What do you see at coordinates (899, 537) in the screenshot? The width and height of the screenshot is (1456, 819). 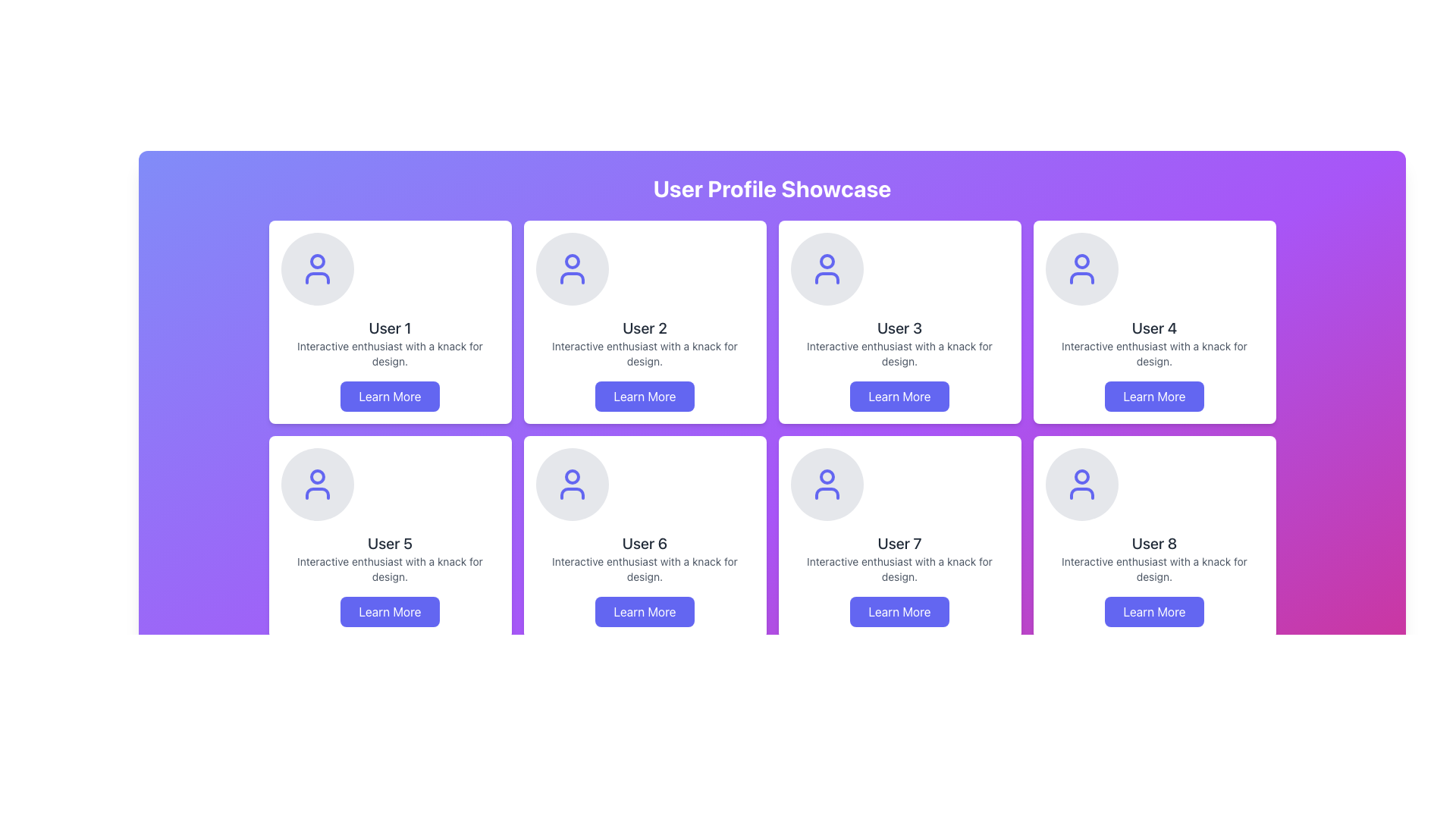 I see `the user profile card for 'User 7' located in the second row, fourth column of the grid layout to trigger hover effects` at bounding box center [899, 537].